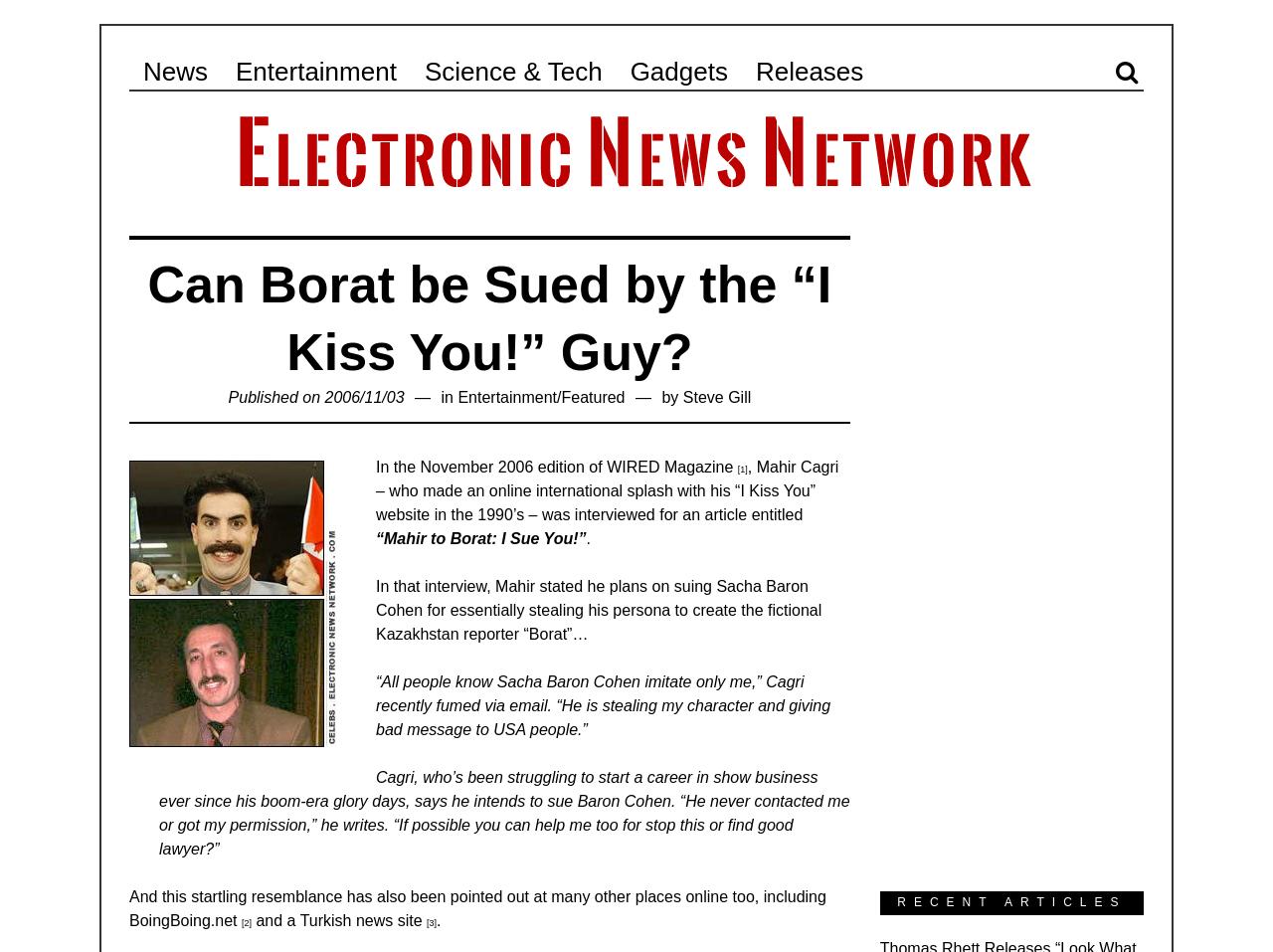  Describe the element at coordinates (669, 396) in the screenshot. I see `'by'` at that location.